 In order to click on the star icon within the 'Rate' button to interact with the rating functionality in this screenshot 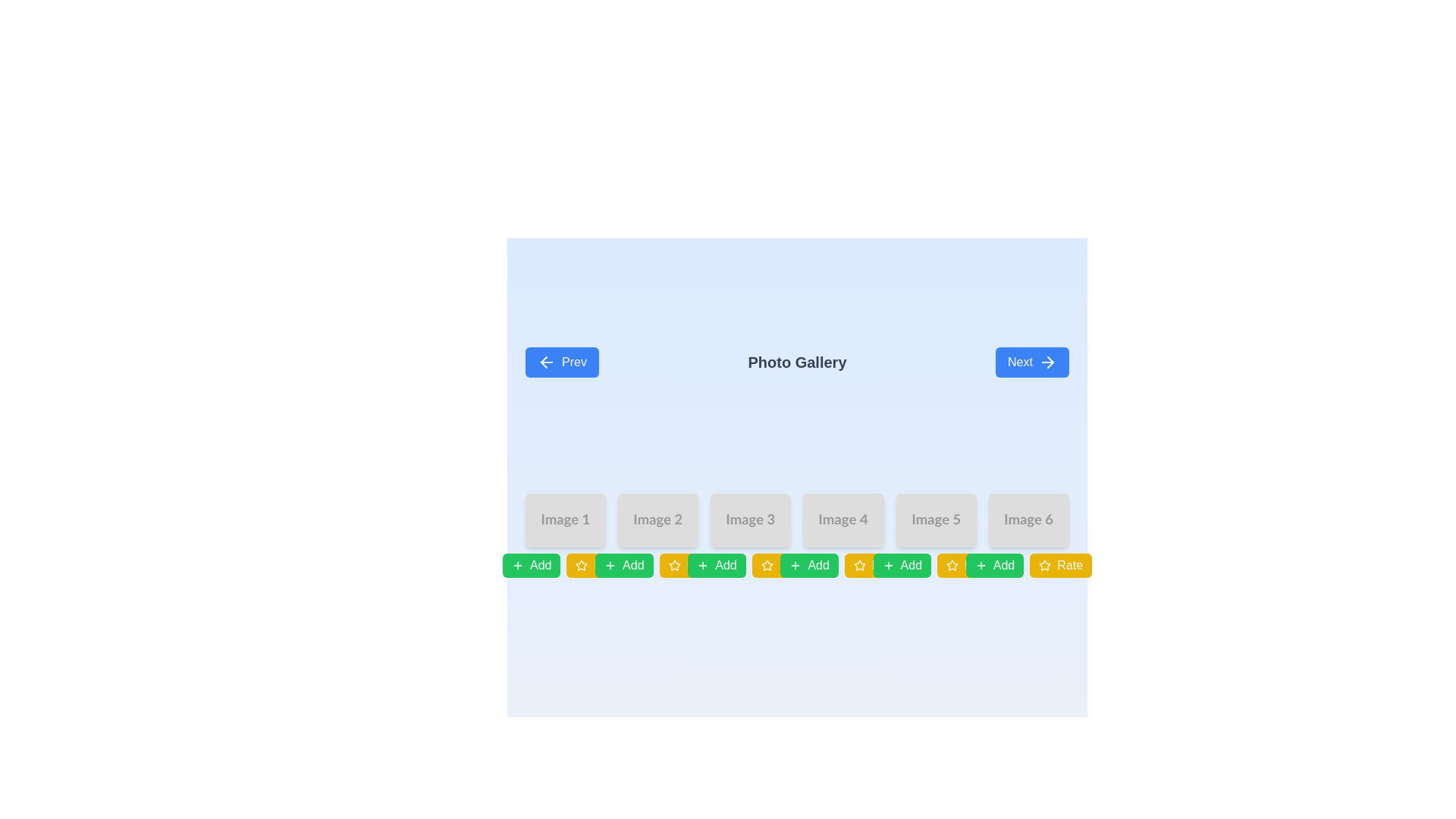, I will do `click(767, 565)`.